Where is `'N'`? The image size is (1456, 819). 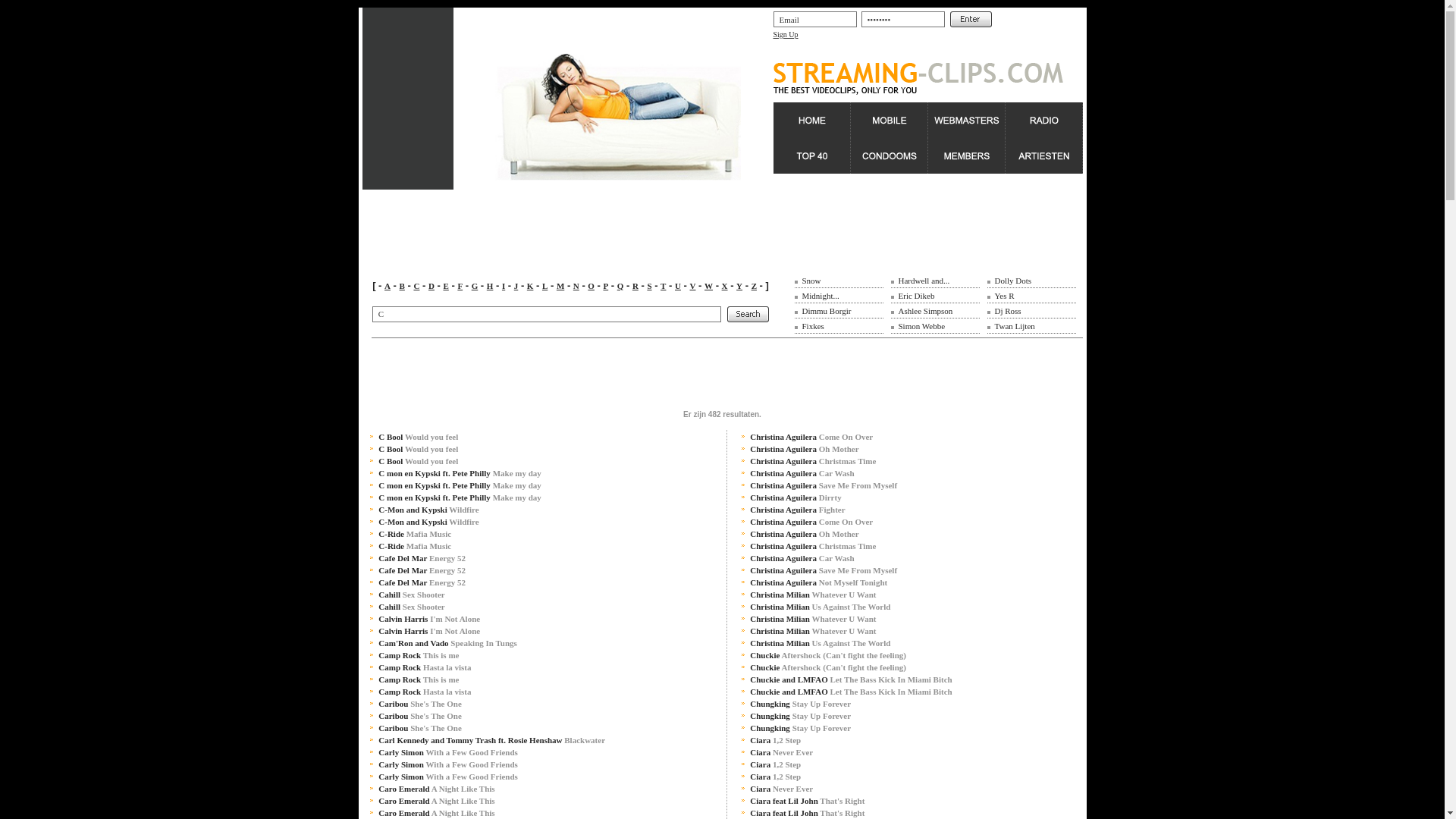
'N' is located at coordinates (575, 286).